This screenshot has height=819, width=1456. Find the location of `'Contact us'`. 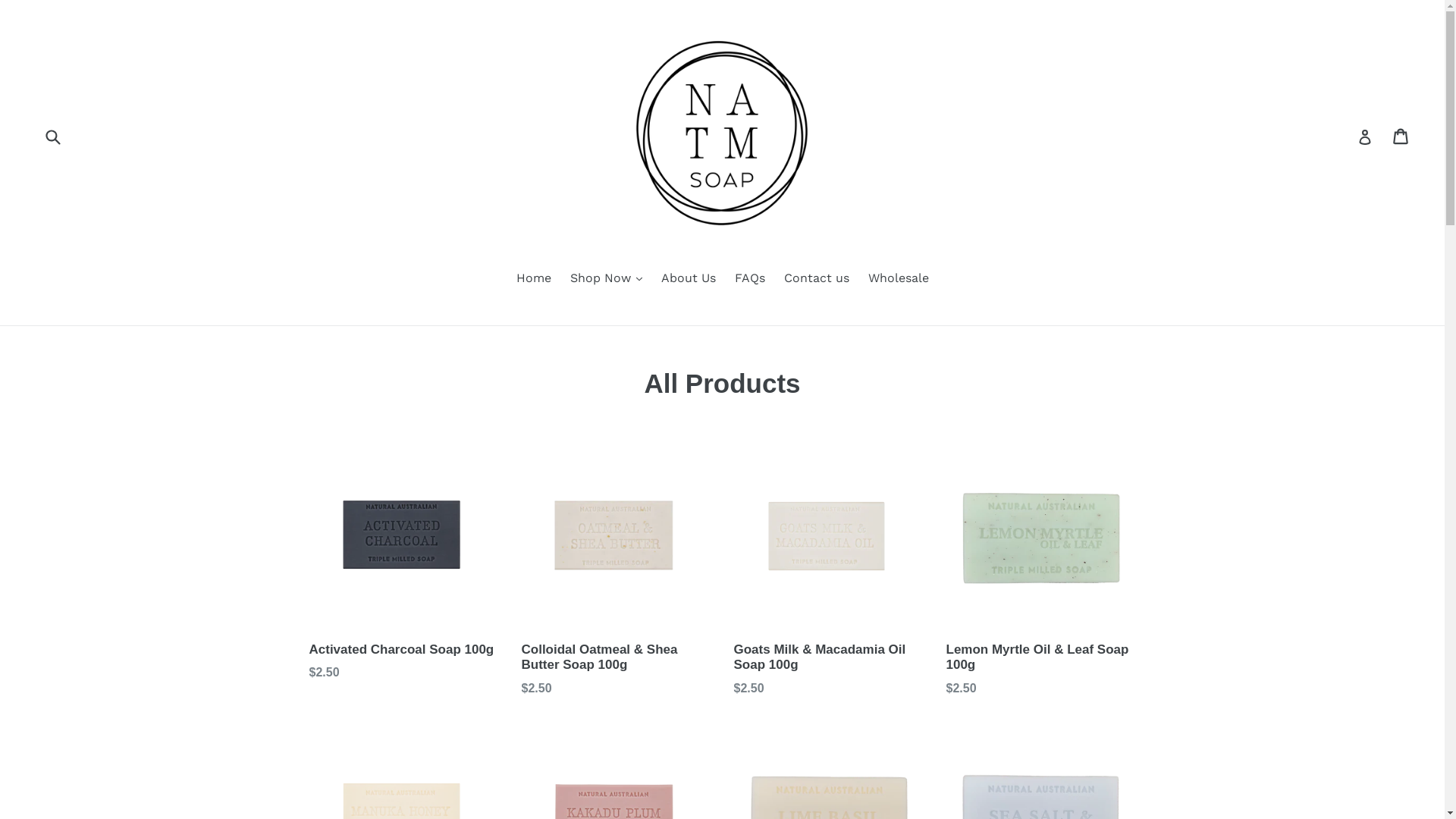

'Contact us' is located at coordinates (815, 279).